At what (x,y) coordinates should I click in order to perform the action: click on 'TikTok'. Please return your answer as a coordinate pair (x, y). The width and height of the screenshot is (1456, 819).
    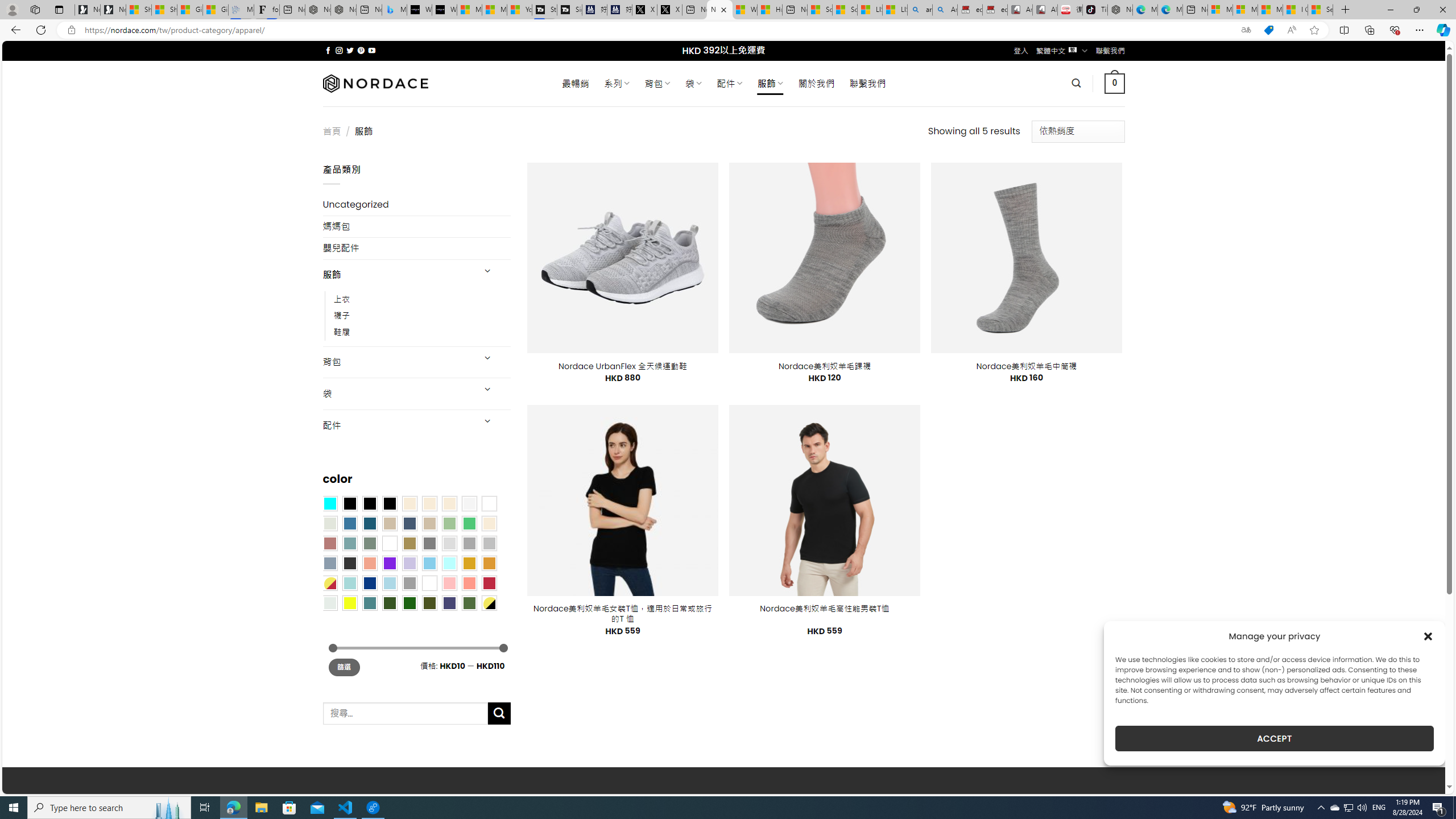
    Looking at the image, I should click on (1094, 9).